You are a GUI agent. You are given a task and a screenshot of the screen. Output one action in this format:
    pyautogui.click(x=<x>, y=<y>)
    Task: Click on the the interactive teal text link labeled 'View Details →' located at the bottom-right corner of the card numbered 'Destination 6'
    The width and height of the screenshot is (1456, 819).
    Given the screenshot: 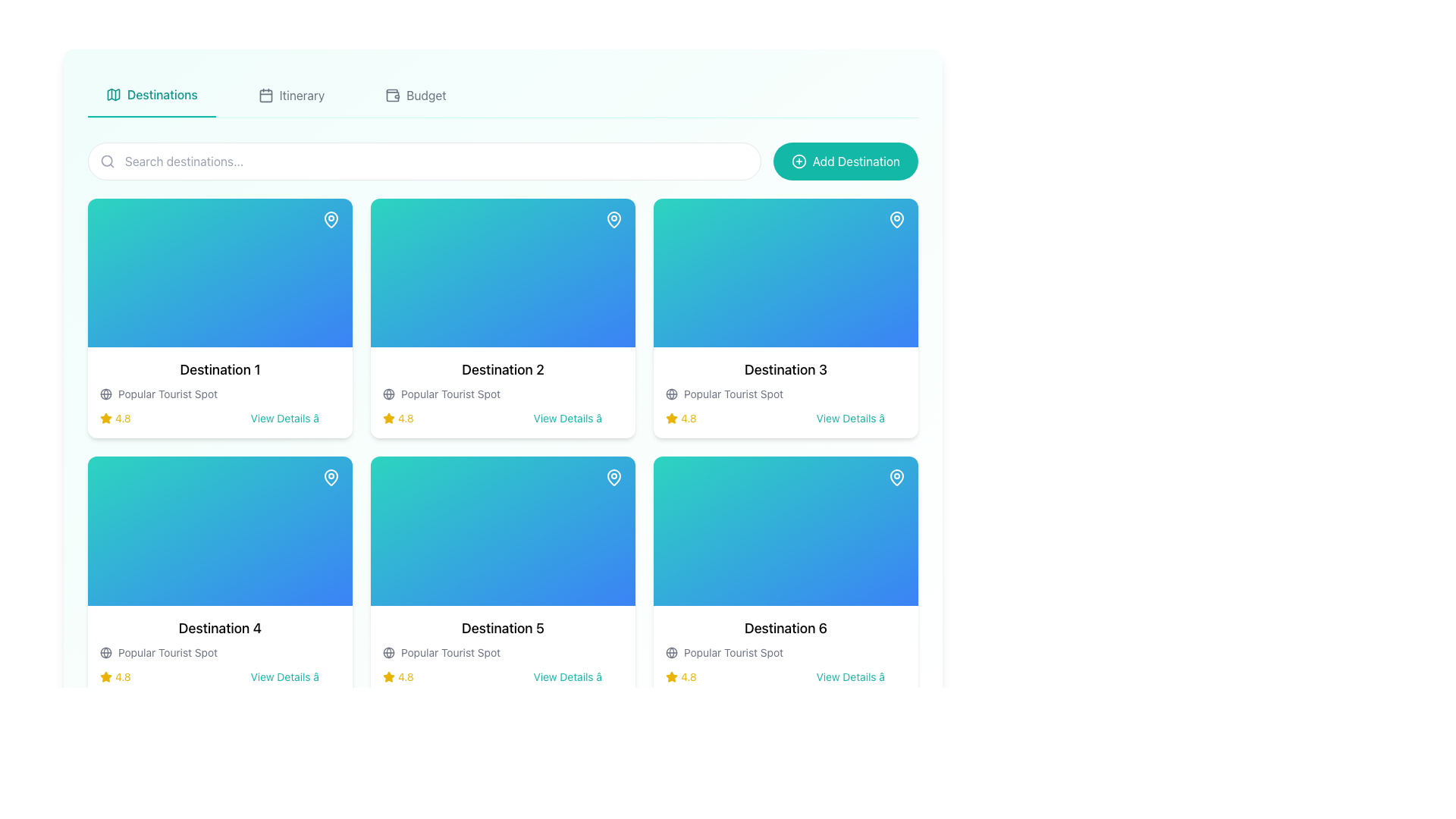 What is the action you would take?
    pyautogui.click(x=861, y=676)
    